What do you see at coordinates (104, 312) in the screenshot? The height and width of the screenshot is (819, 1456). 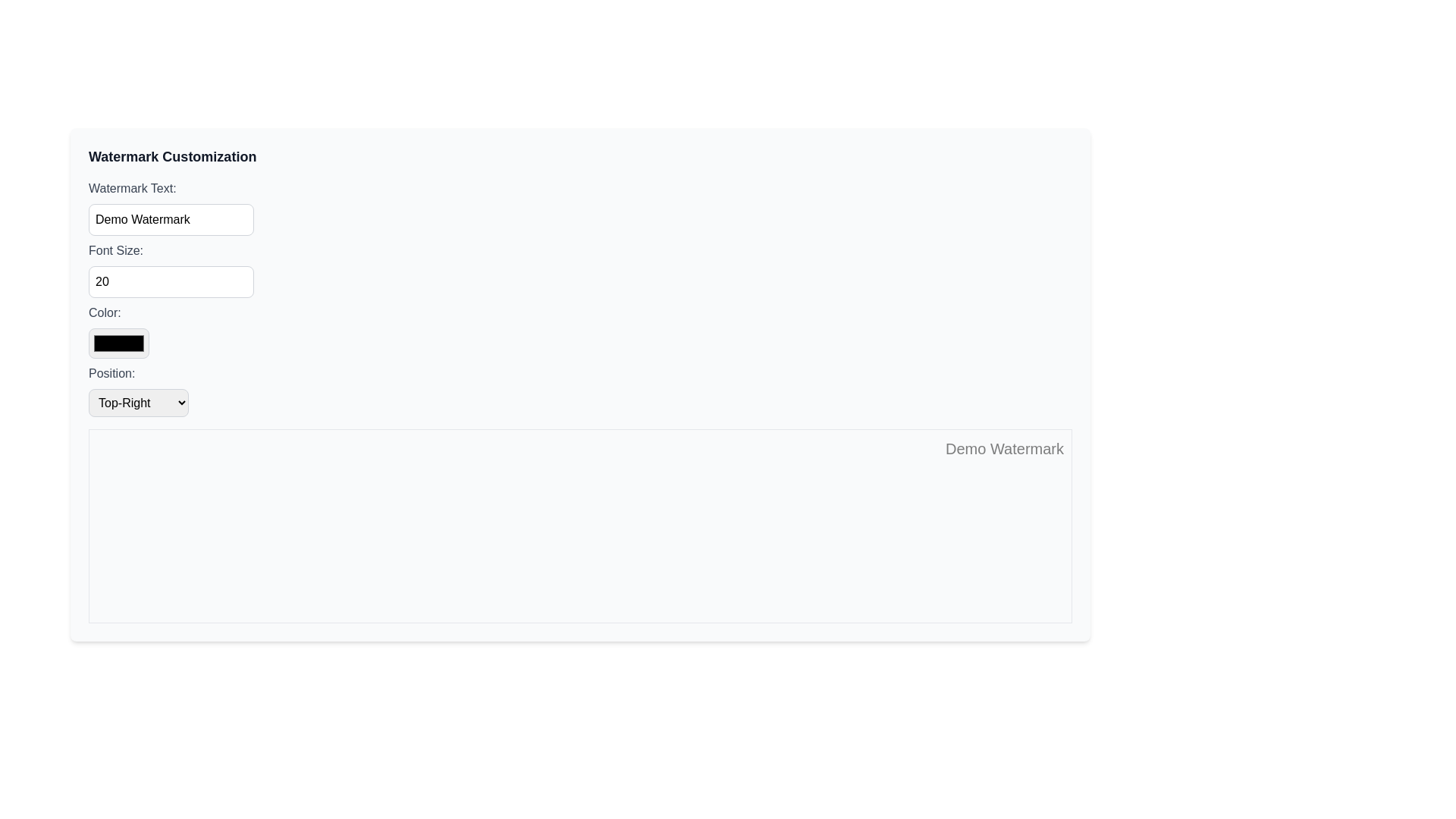 I see `the text label that says 'Color:', which is styled in gray and is the third label in a vertical sequence of similar labels in the form-like interface` at bounding box center [104, 312].